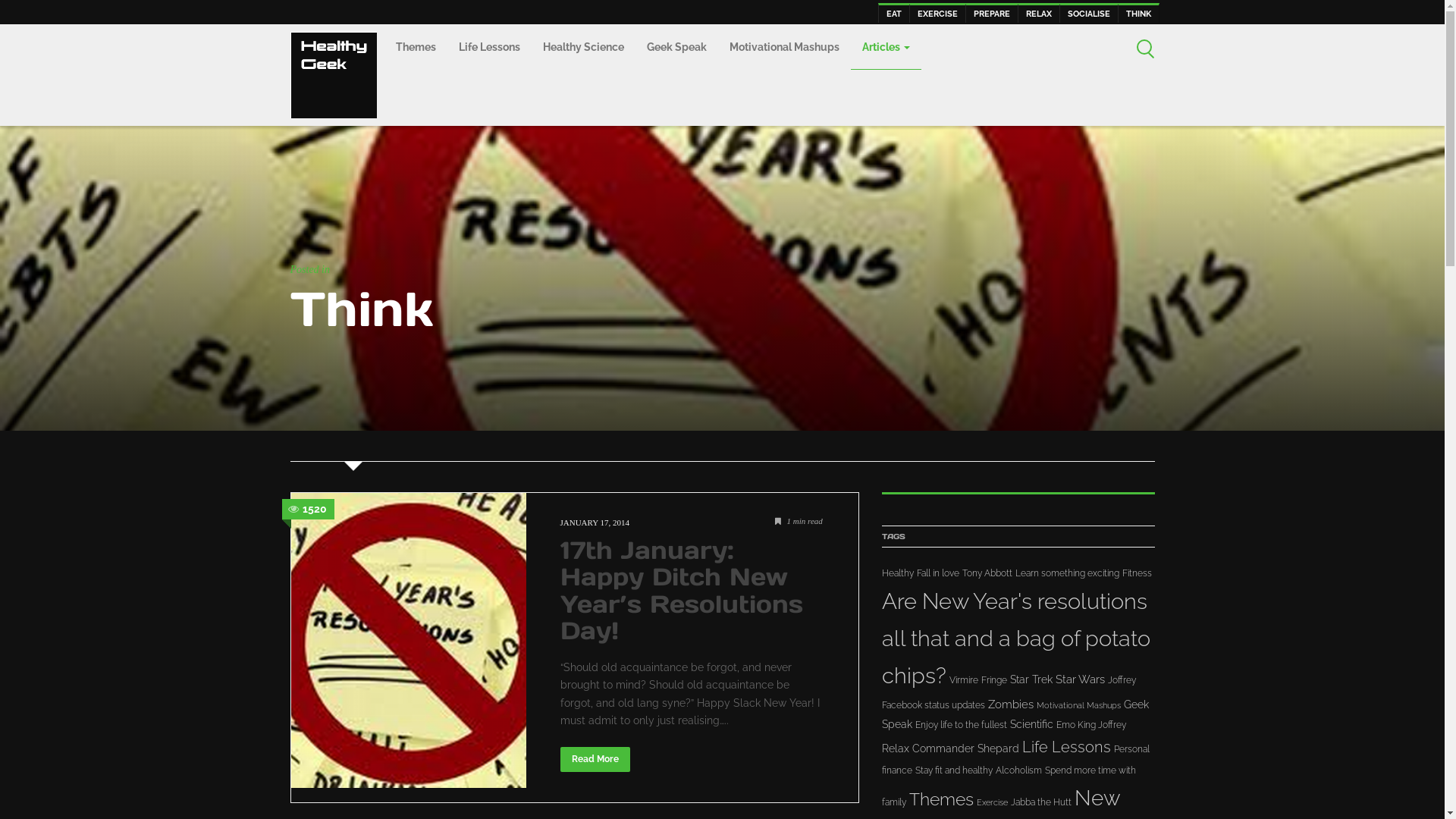  I want to click on 'THINK', so click(1138, 12).